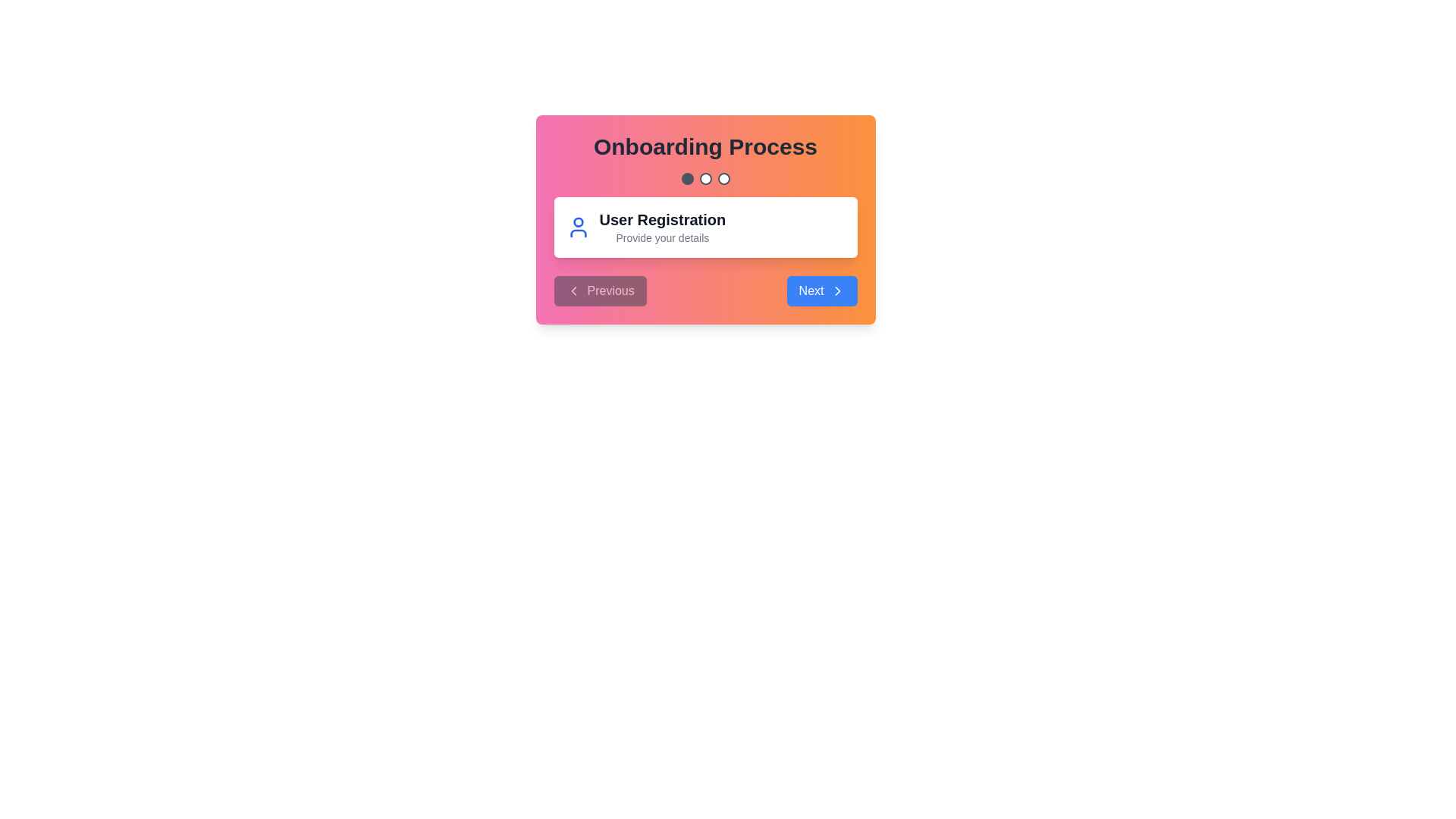 The image size is (1456, 819). I want to click on the right-pointing arrow icon with a blue background located within the 'Next' button to proceed, so click(836, 291).